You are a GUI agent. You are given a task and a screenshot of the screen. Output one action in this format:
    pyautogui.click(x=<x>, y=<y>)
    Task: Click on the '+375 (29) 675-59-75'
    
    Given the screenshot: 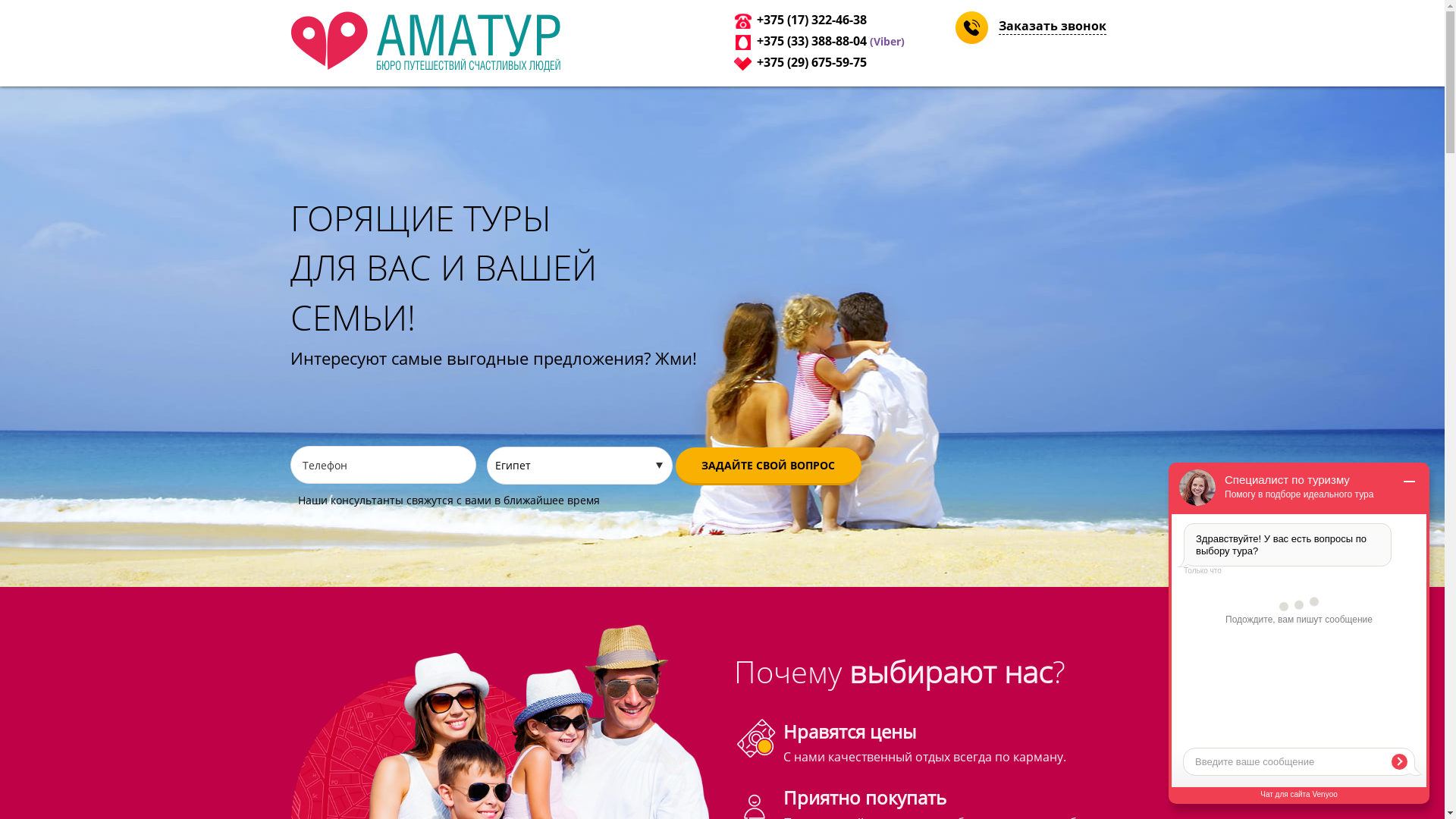 What is the action you would take?
    pyautogui.click(x=757, y=61)
    